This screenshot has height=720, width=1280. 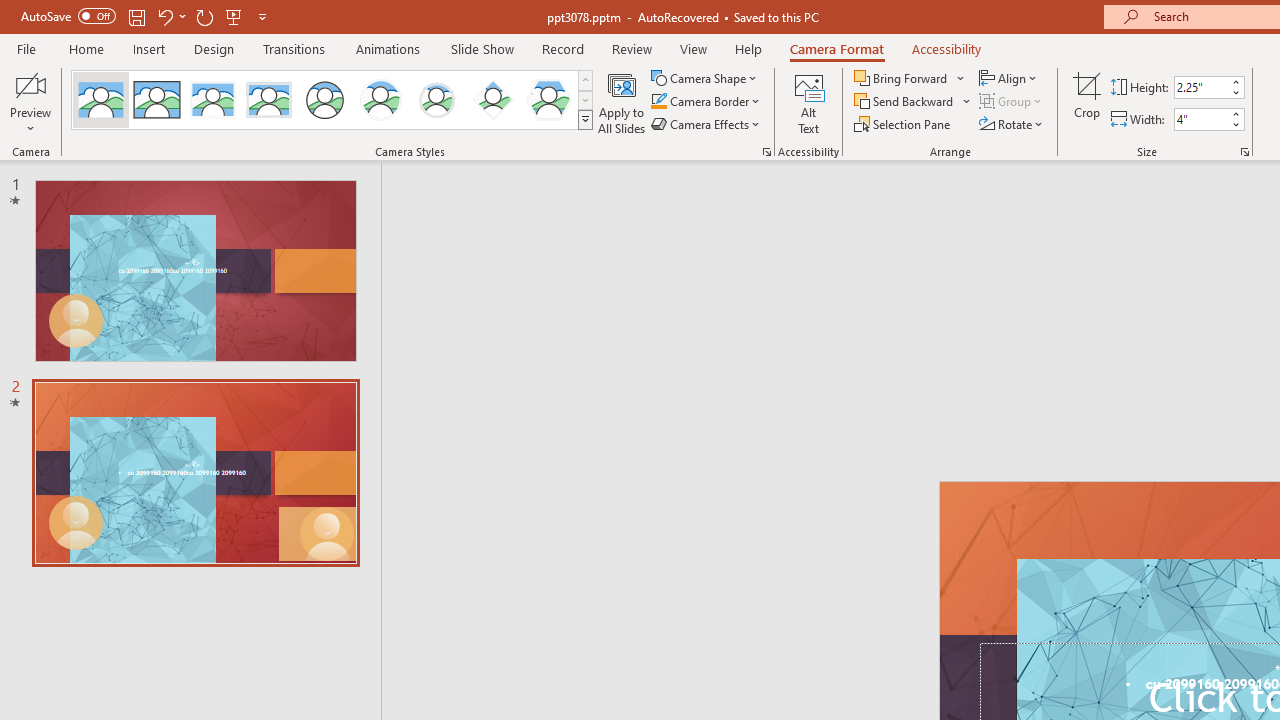 I want to click on 'Group', so click(x=1012, y=101).